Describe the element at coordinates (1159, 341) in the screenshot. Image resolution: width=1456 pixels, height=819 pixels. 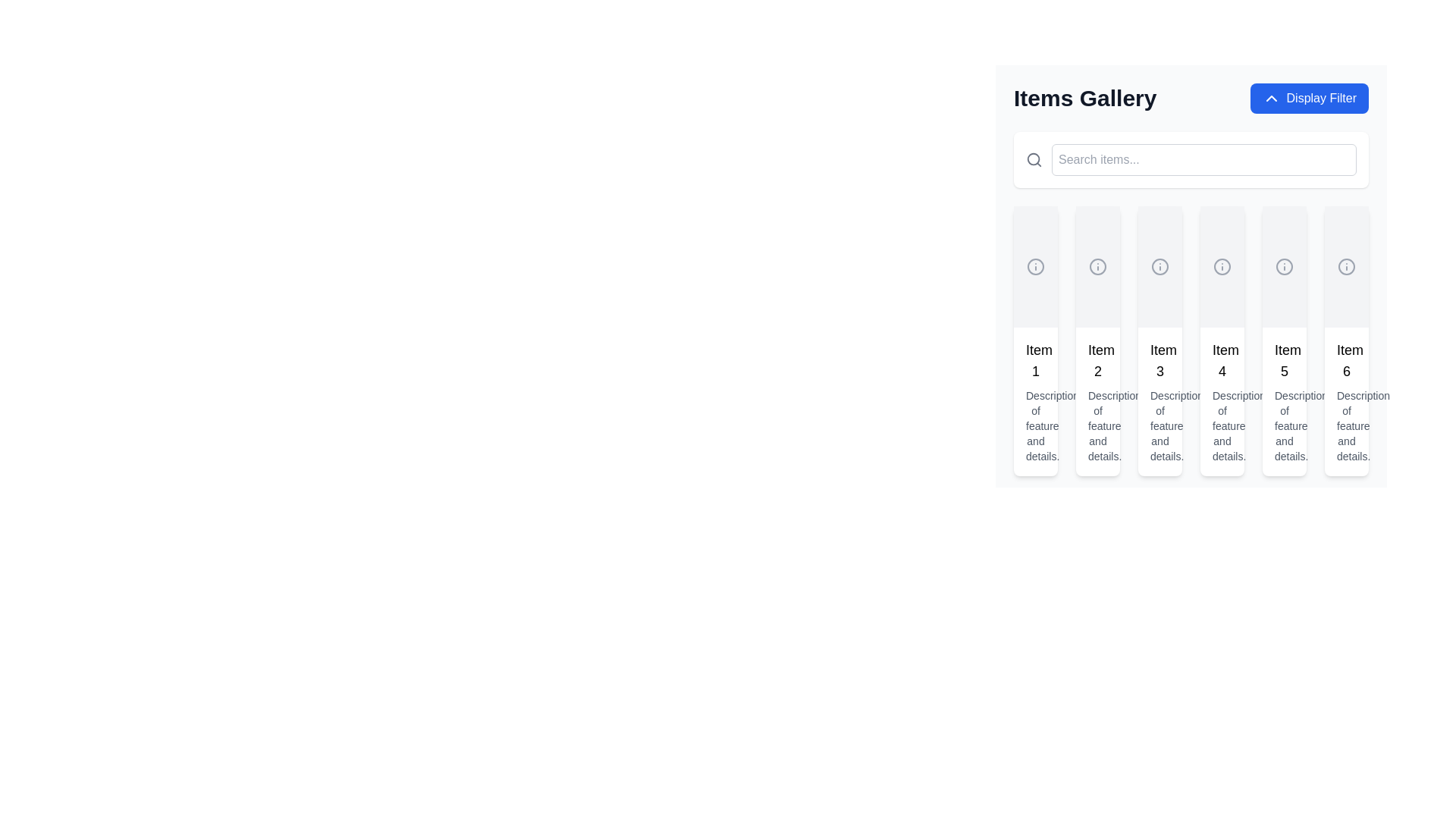
I see `the vertically elongated rectangular card labeled 'Item 3' with a white background and shadowed border` at that location.